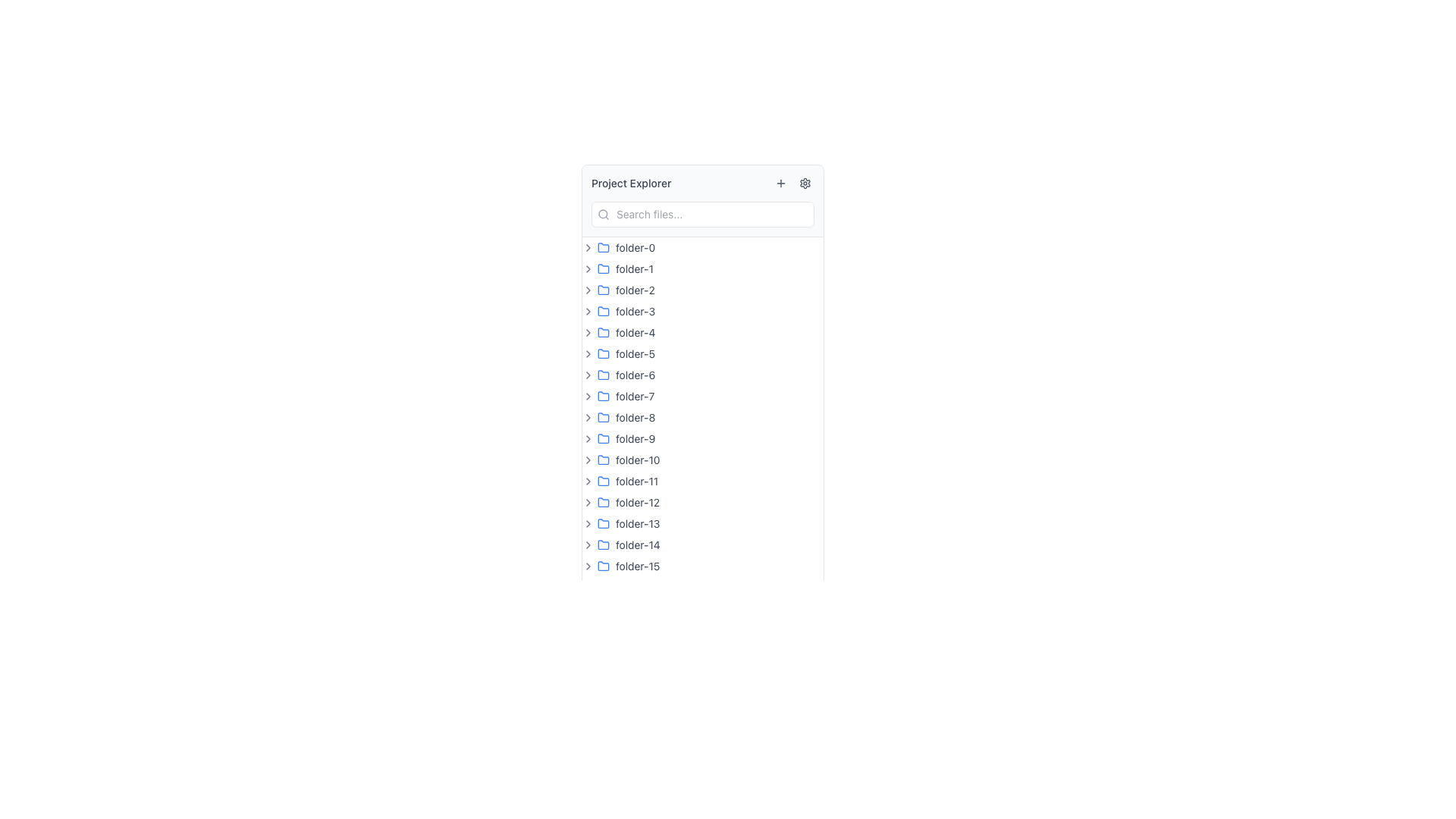 The height and width of the screenshot is (819, 1456). What do you see at coordinates (603, 290) in the screenshot?
I see `the blue outline folder icon located to the left of the text label 'folder-2' in the Project Explorer list` at bounding box center [603, 290].